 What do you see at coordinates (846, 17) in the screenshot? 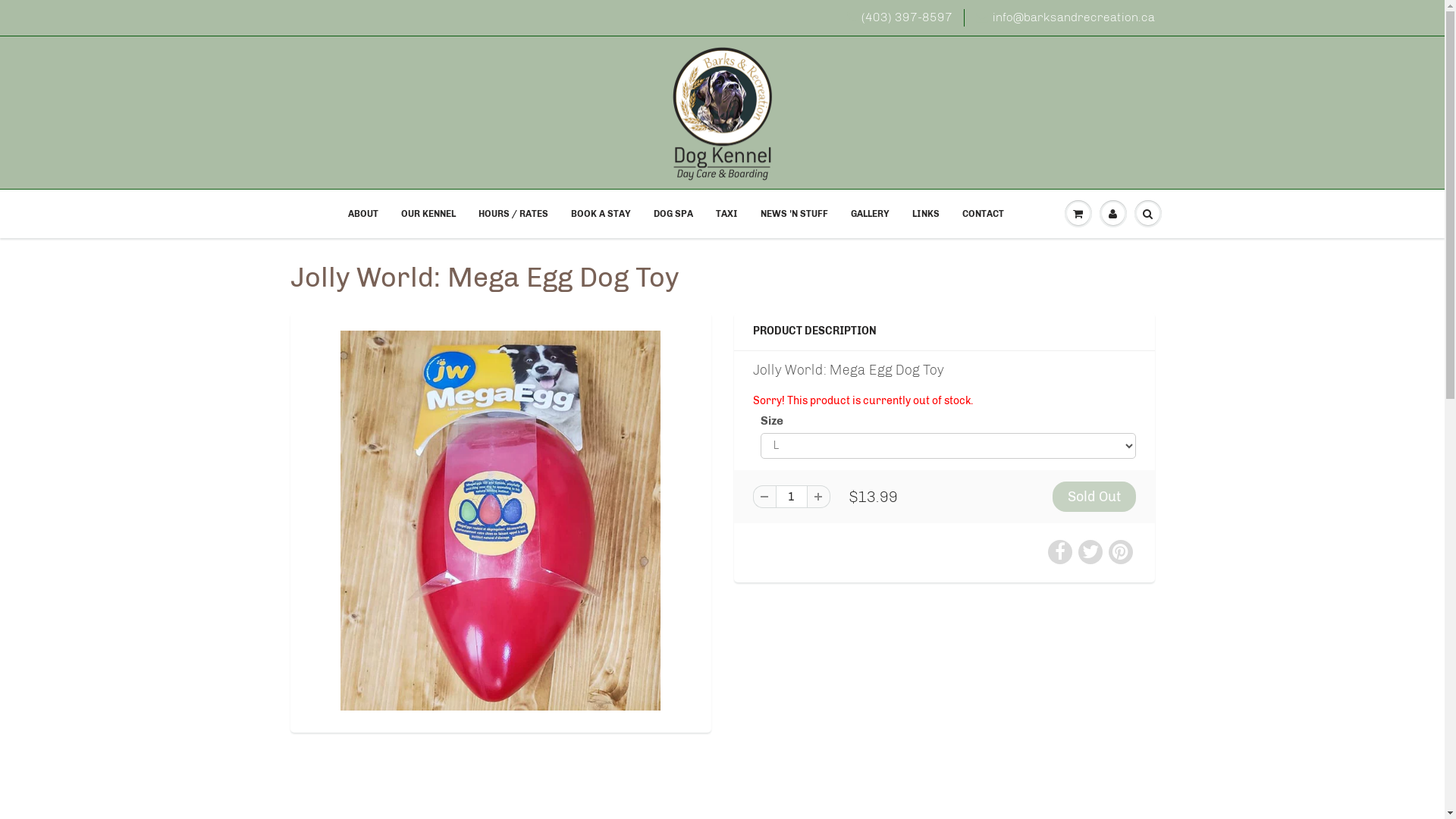
I see `'(403) 397-8597'` at bounding box center [846, 17].